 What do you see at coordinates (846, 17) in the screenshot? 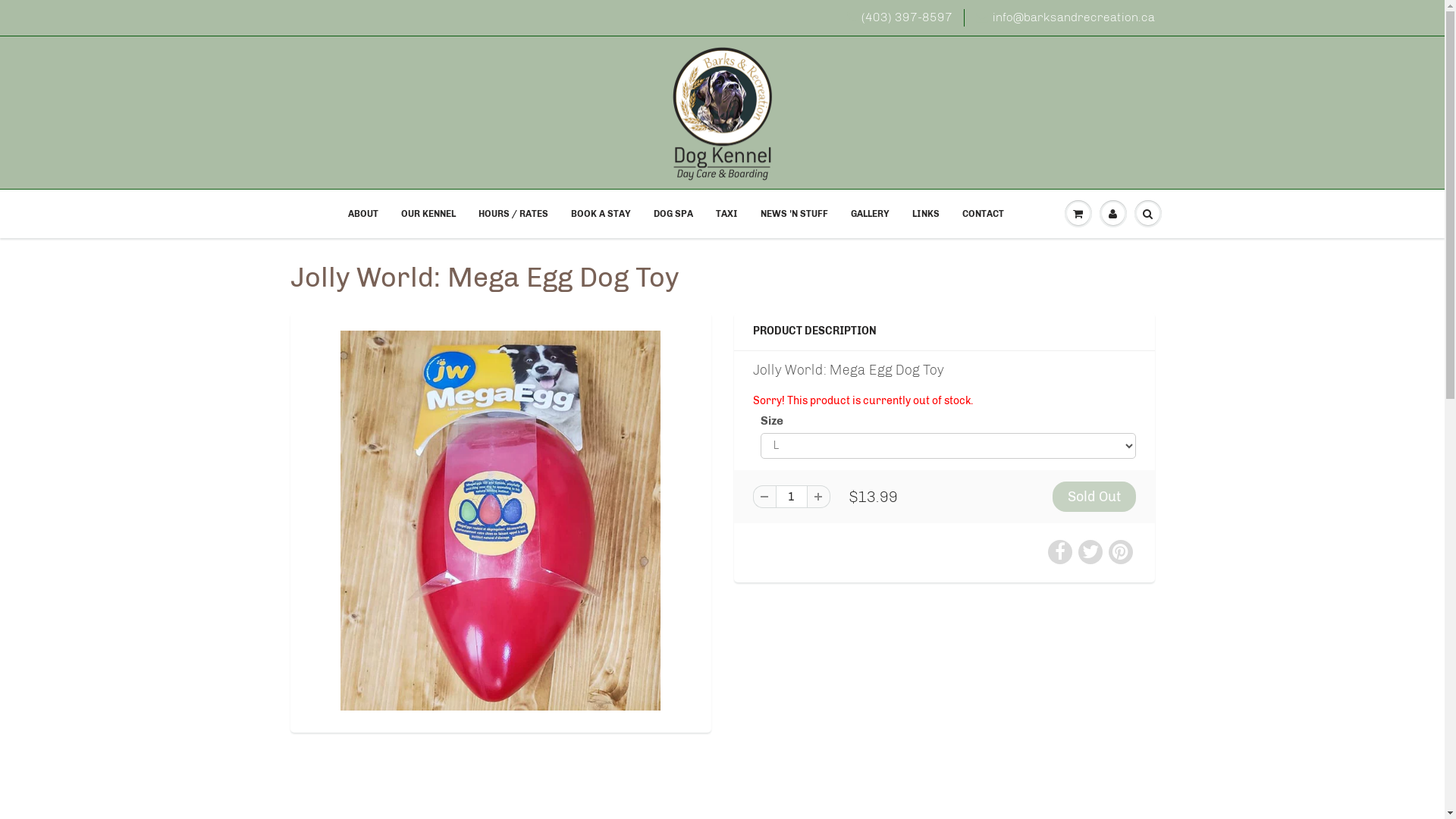
I see `'(403) 397-8597'` at bounding box center [846, 17].